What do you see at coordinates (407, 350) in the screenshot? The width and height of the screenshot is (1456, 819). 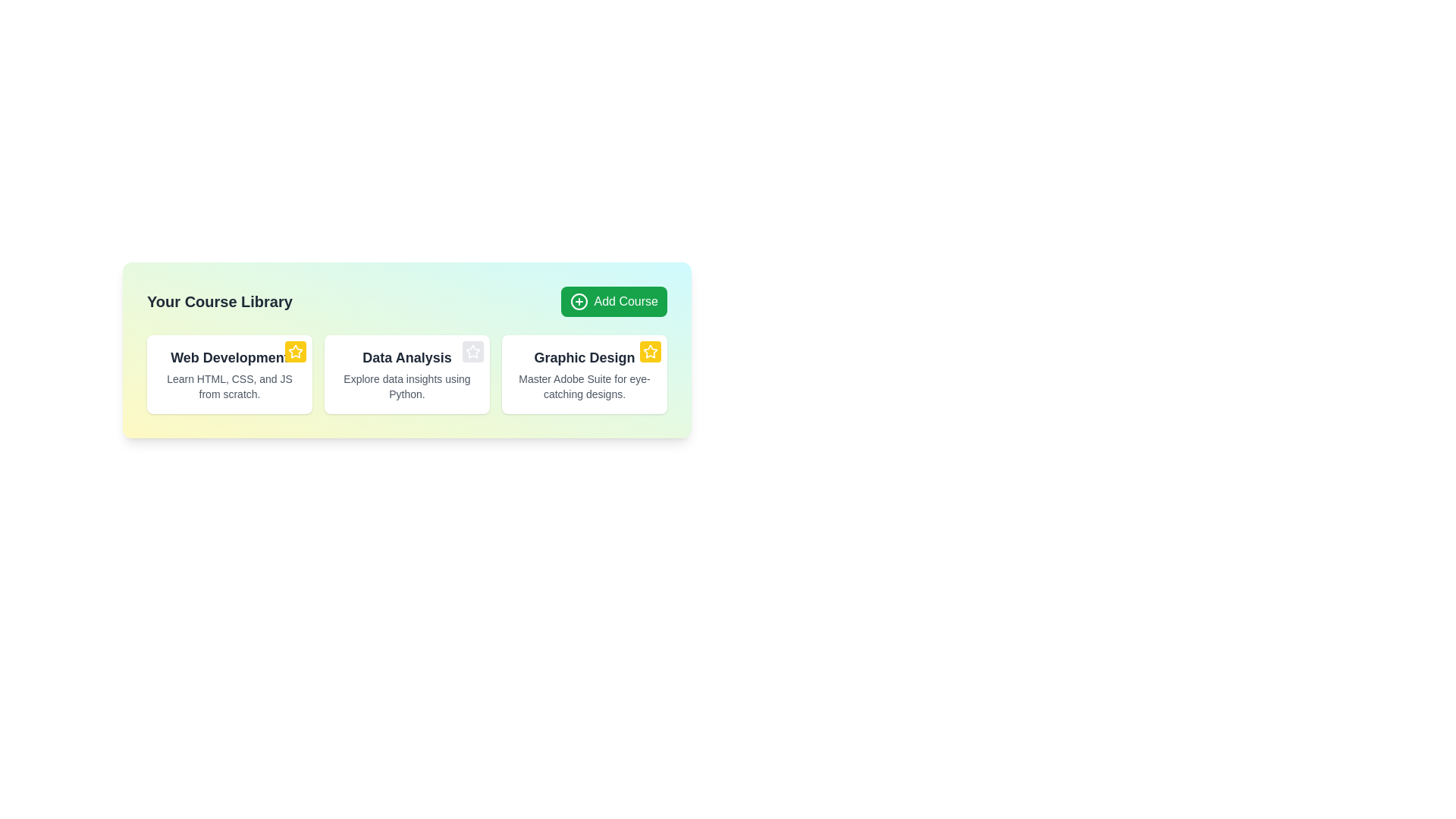 I see `the 'Data Analysis' informational card in the 'Your Course Library' section` at bounding box center [407, 350].